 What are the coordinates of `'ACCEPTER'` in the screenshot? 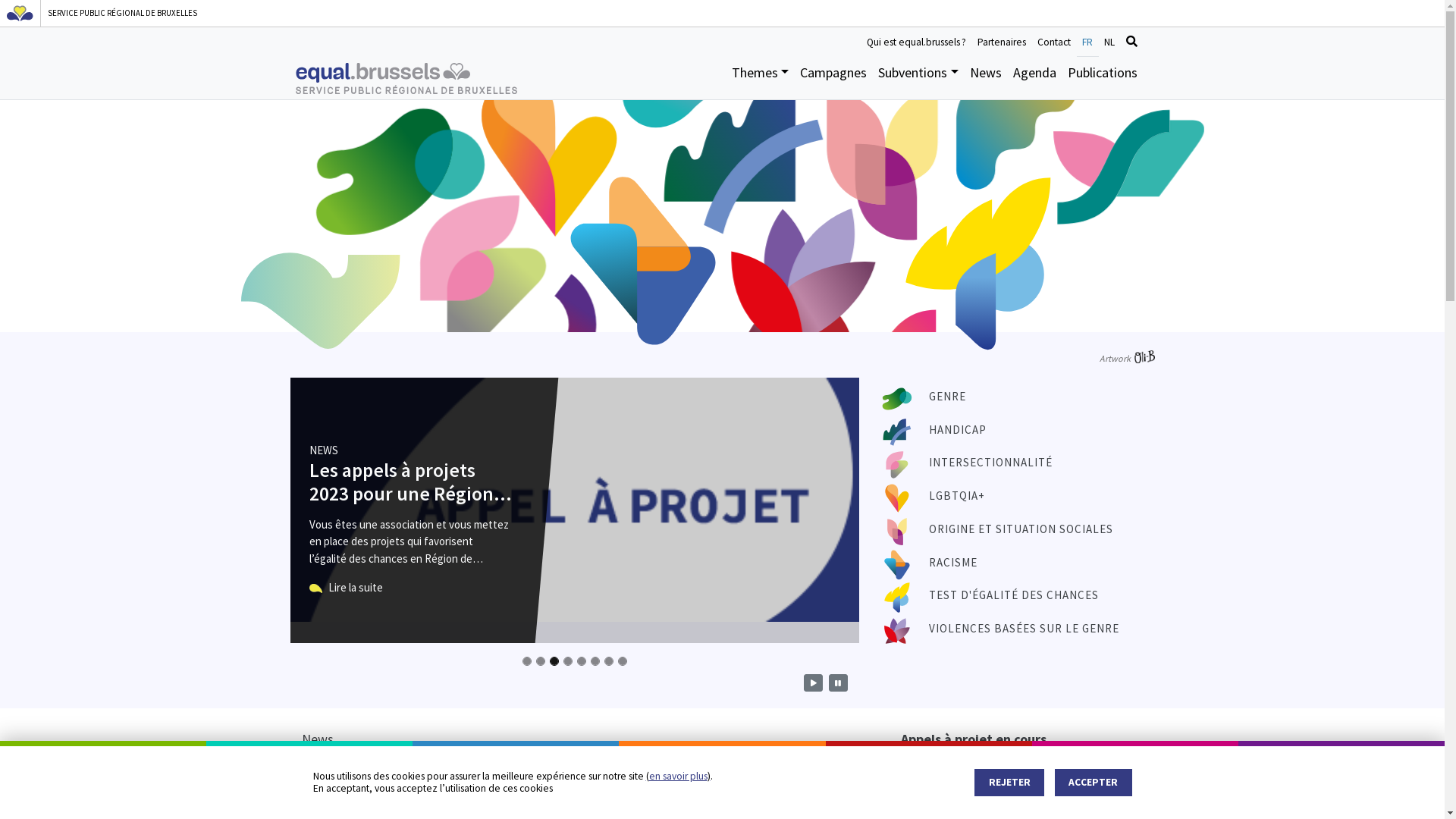 It's located at (1093, 783).